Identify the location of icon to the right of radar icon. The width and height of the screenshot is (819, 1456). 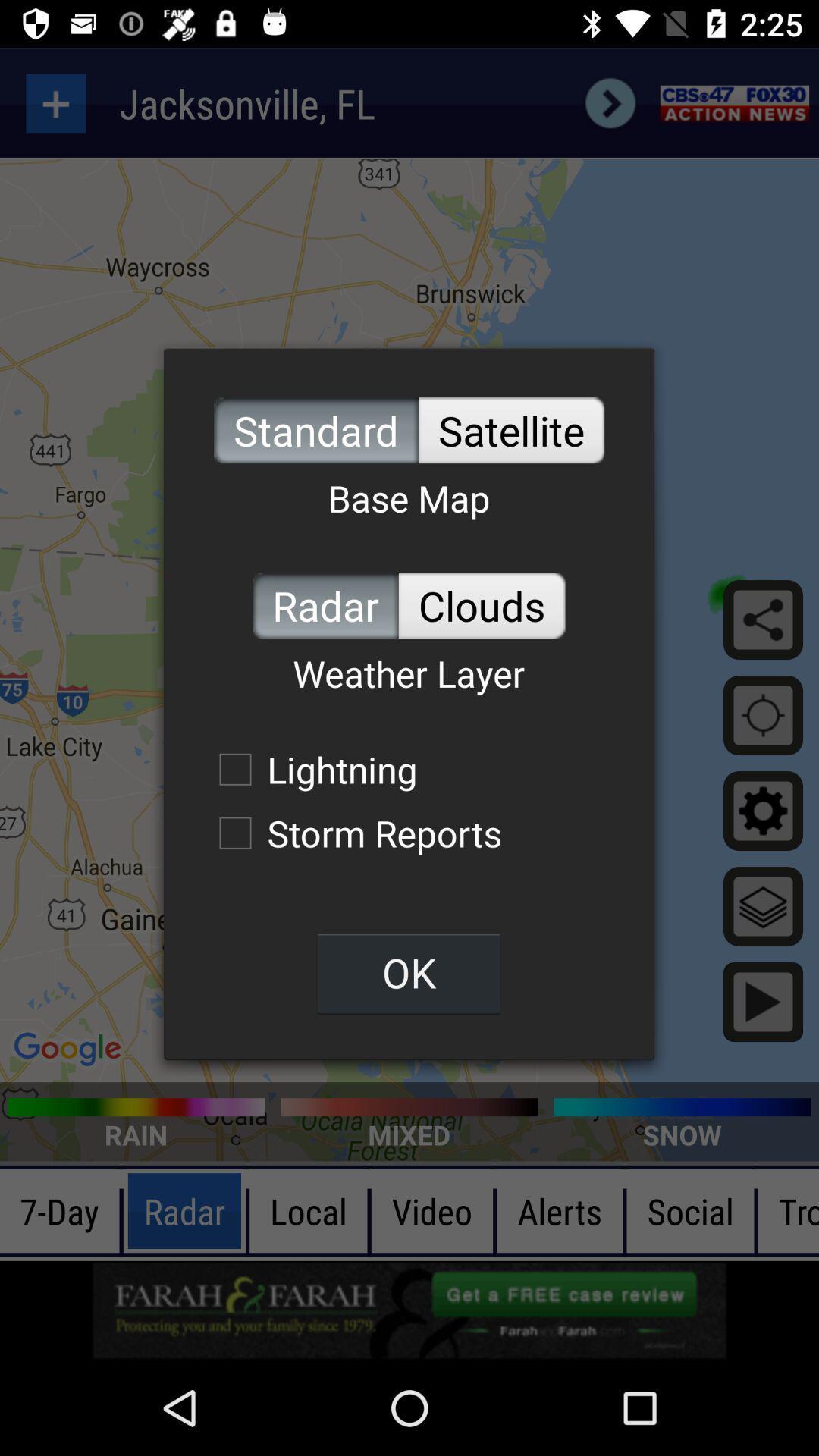
(482, 604).